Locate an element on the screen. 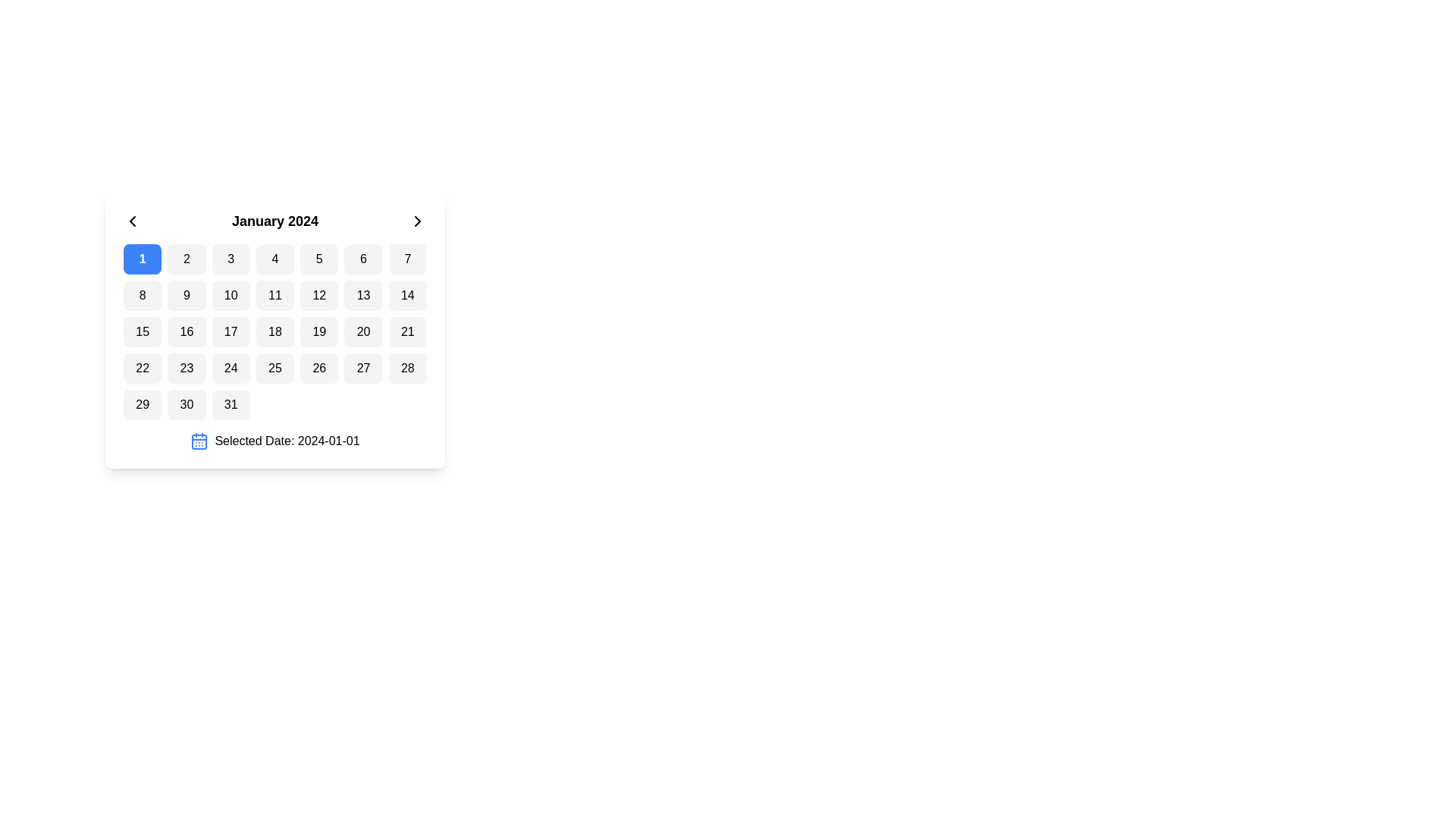 Image resolution: width=1456 pixels, height=819 pixels. the rectangular button with rounded corners, light gray background, and the number '8' centered in black text is located at coordinates (143, 295).